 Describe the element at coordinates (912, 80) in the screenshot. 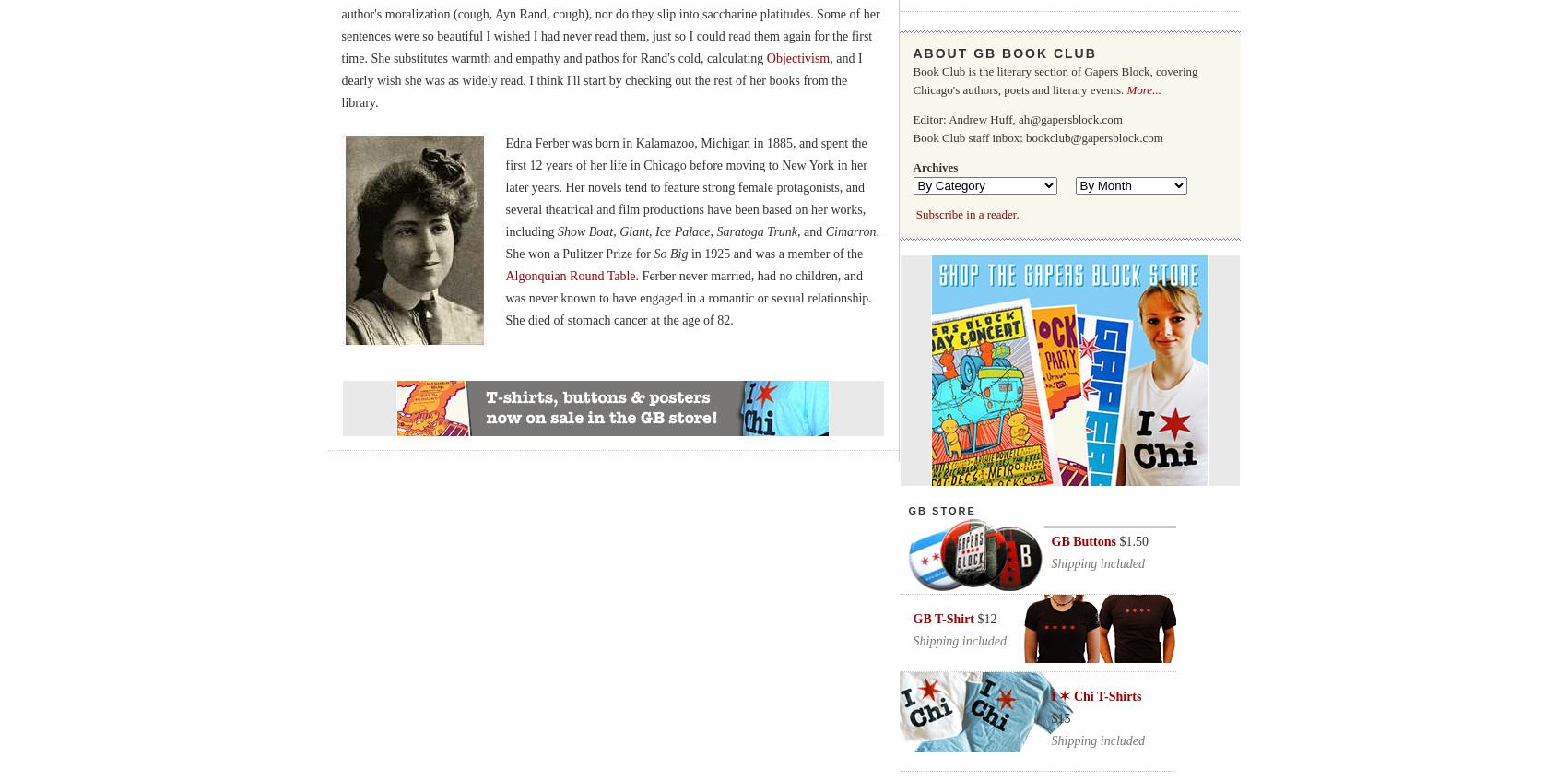

I see `'Book Club is the literary section of Gapers Block, covering Chicago's authors, poets and literary events.'` at that location.